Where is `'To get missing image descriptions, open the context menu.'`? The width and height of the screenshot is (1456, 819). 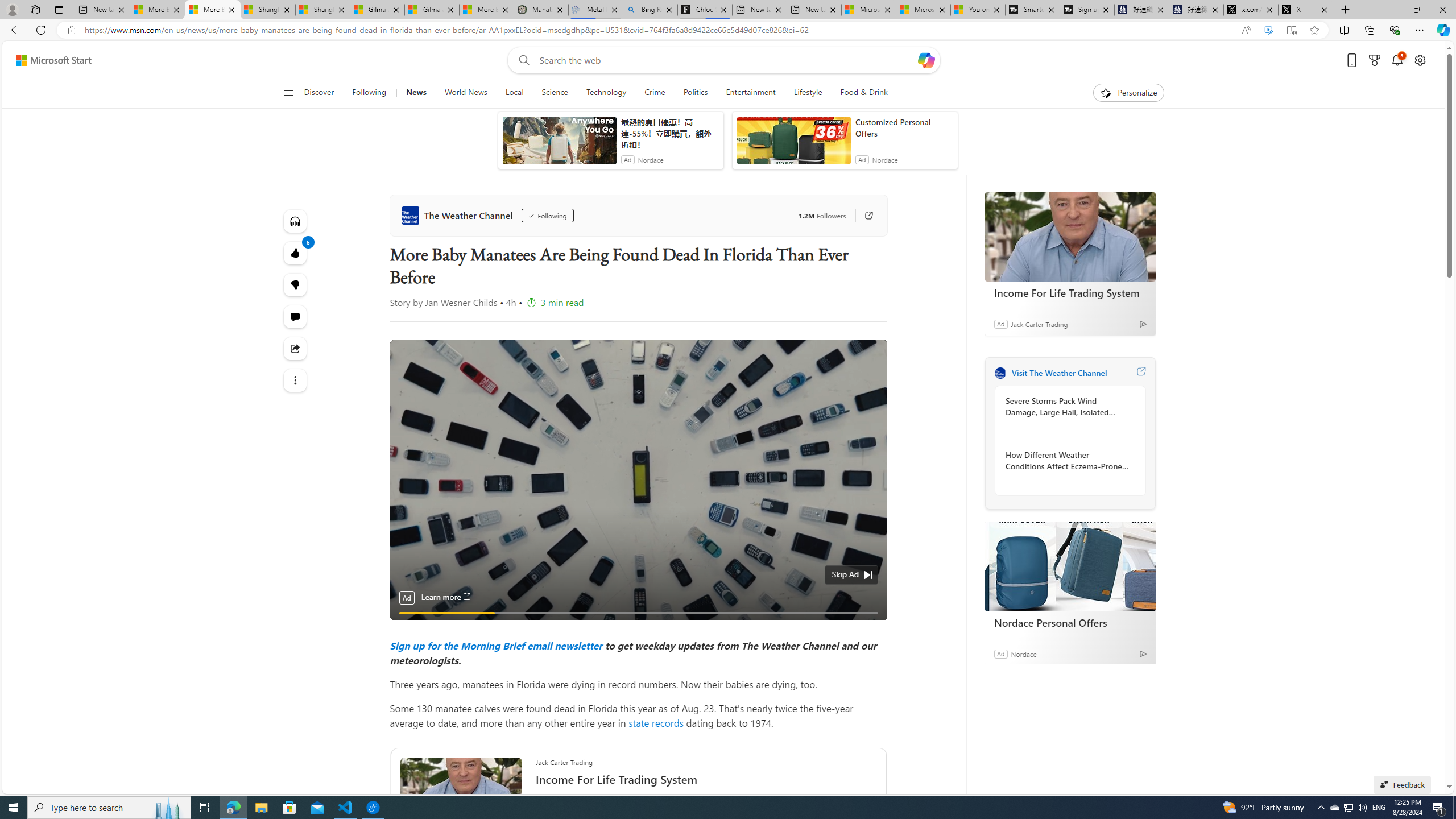
'To get missing image descriptions, open the context menu.' is located at coordinates (1106, 92).